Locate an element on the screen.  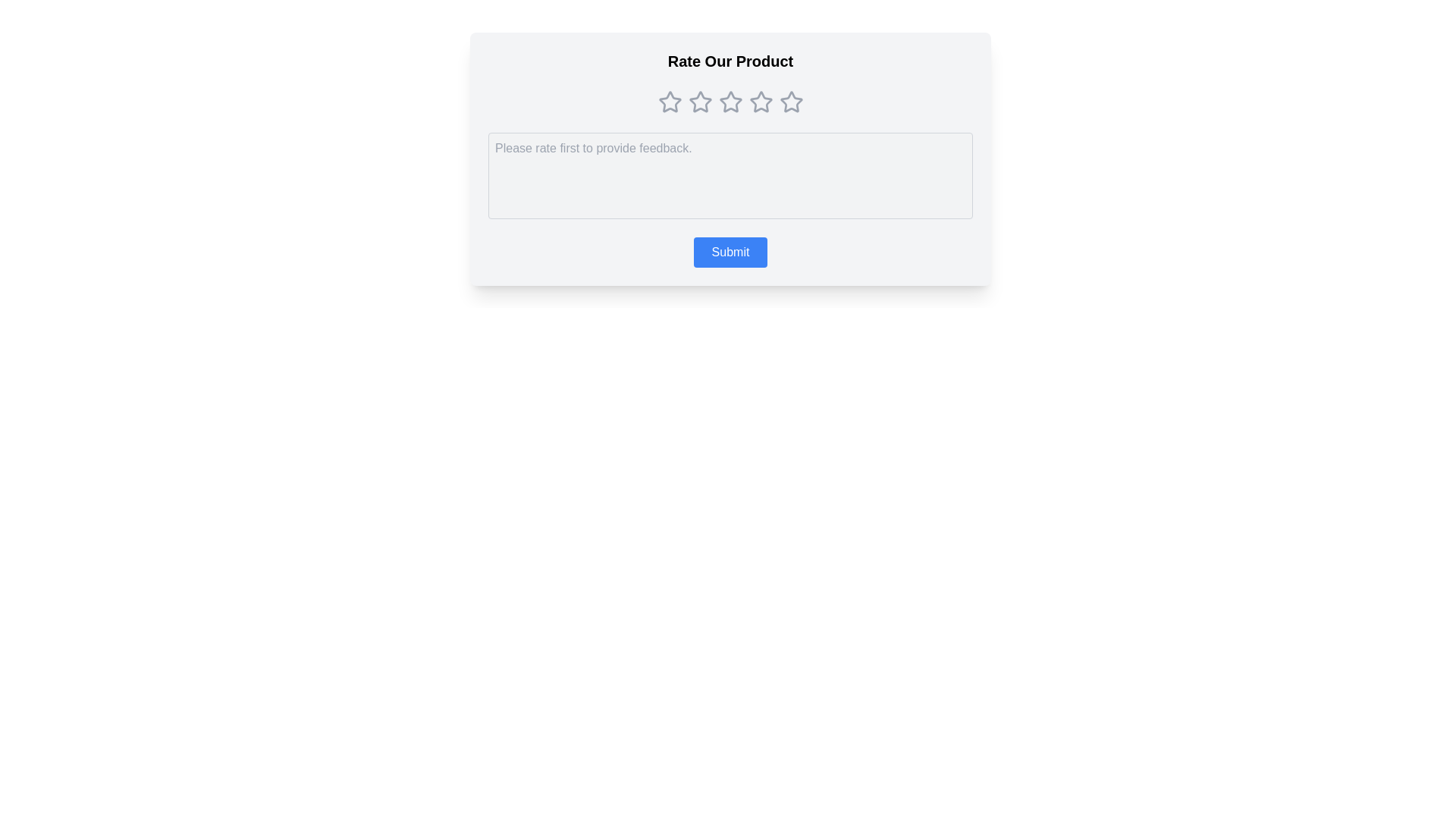
the highlighted fifth rating star in a row of five stars to give a rating is located at coordinates (790, 102).